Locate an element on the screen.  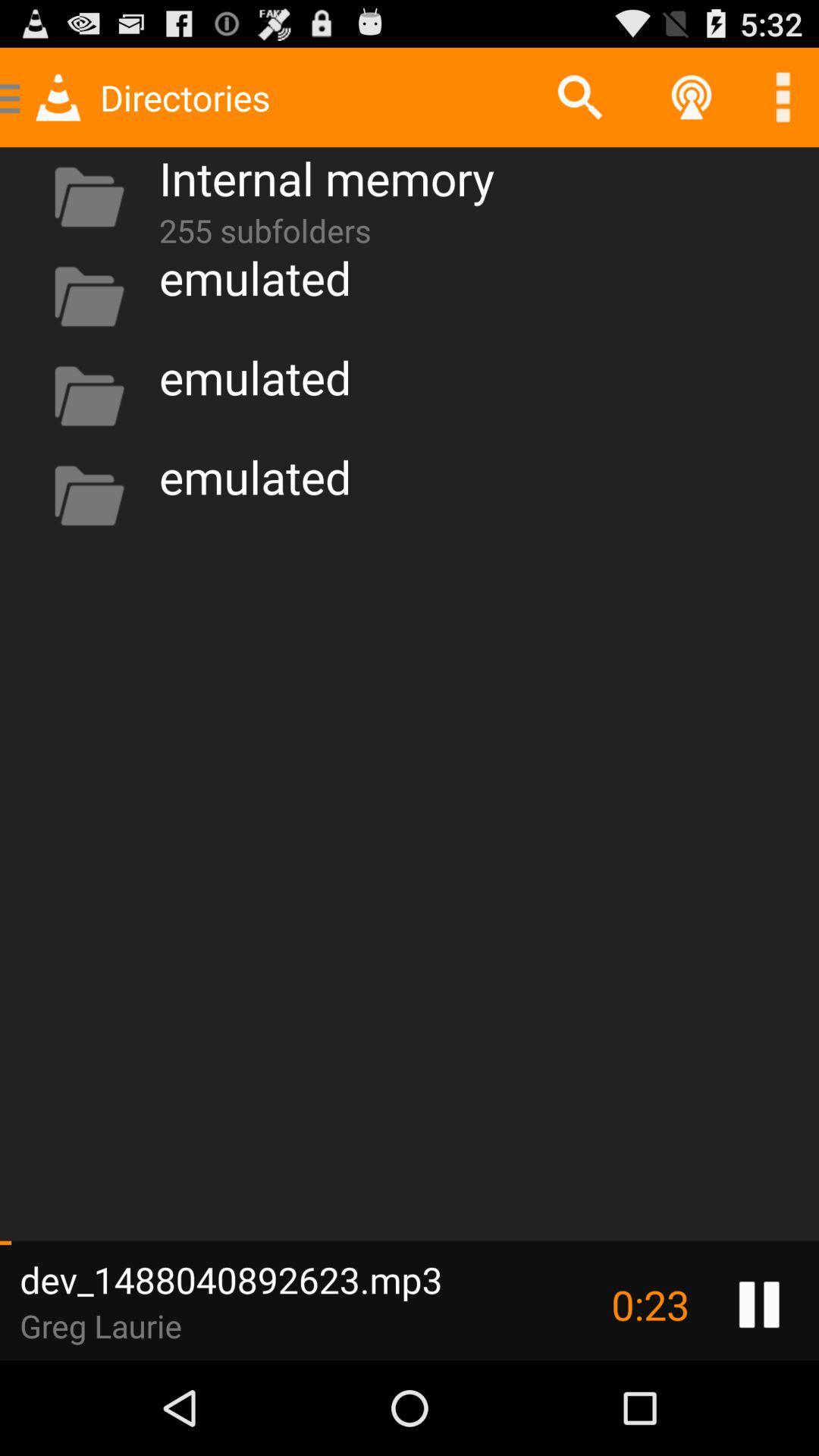
the internal memory is located at coordinates (325, 177).